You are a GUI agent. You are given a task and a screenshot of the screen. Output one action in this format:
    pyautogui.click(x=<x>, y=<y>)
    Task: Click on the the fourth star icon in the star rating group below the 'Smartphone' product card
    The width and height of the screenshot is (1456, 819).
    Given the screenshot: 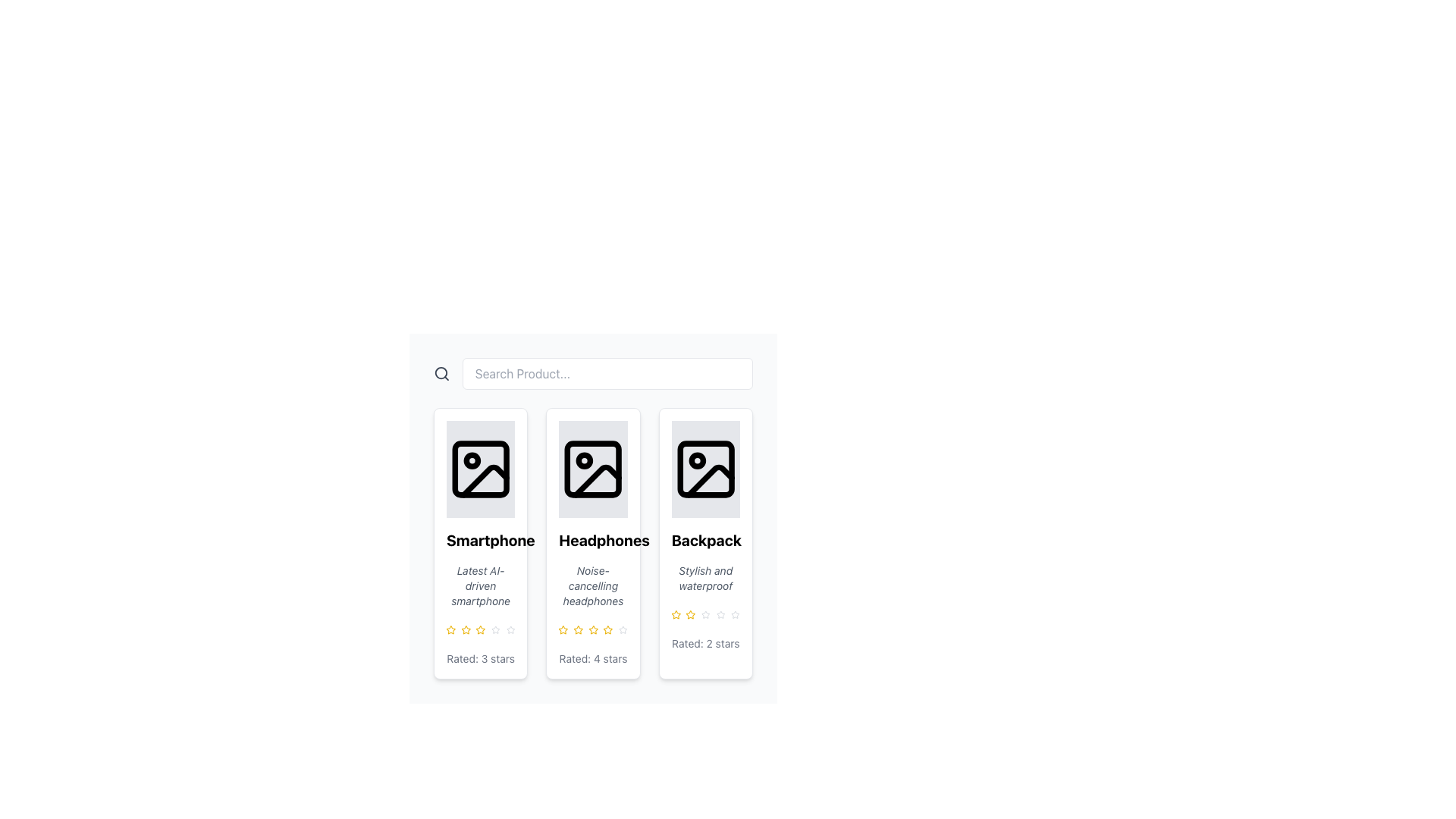 What is the action you would take?
    pyautogui.click(x=480, y=629)
    